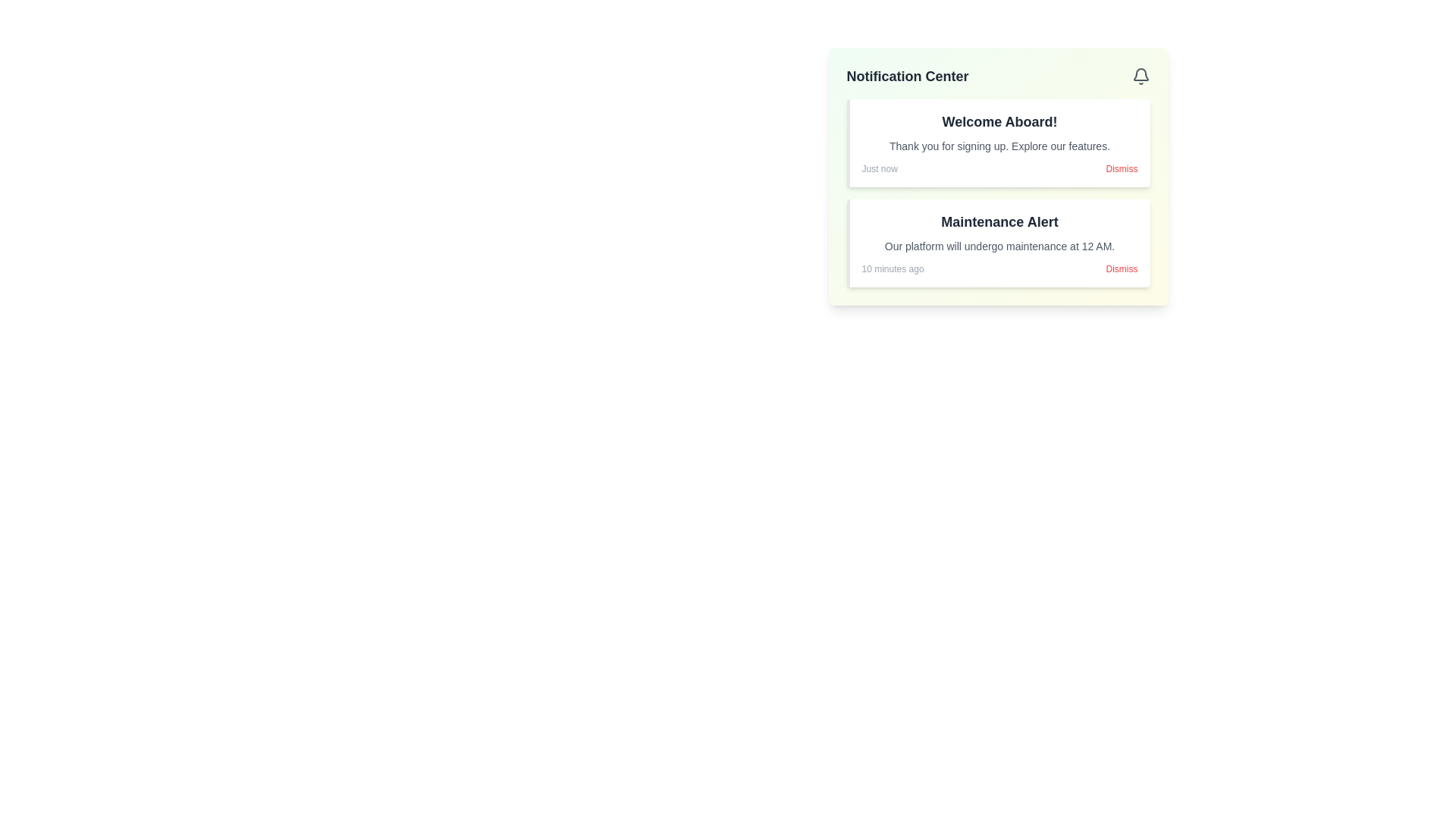 The width and height of the screenshot is (1456, 819). Describe the element at coordinates (999, 222) in the screenshot. I see `the 'Maintenance Alert' static text label, which is a bold, large, dark gray text located in the bottom-middle portion of the notification area` at that location.